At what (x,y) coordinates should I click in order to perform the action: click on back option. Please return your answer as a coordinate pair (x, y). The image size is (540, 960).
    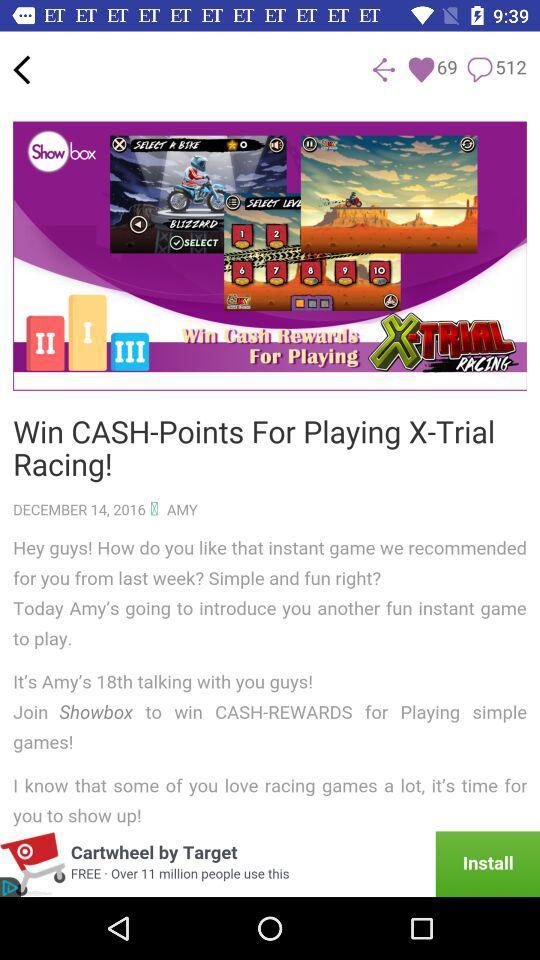
    Looking at the image, I should click on (20, 69).